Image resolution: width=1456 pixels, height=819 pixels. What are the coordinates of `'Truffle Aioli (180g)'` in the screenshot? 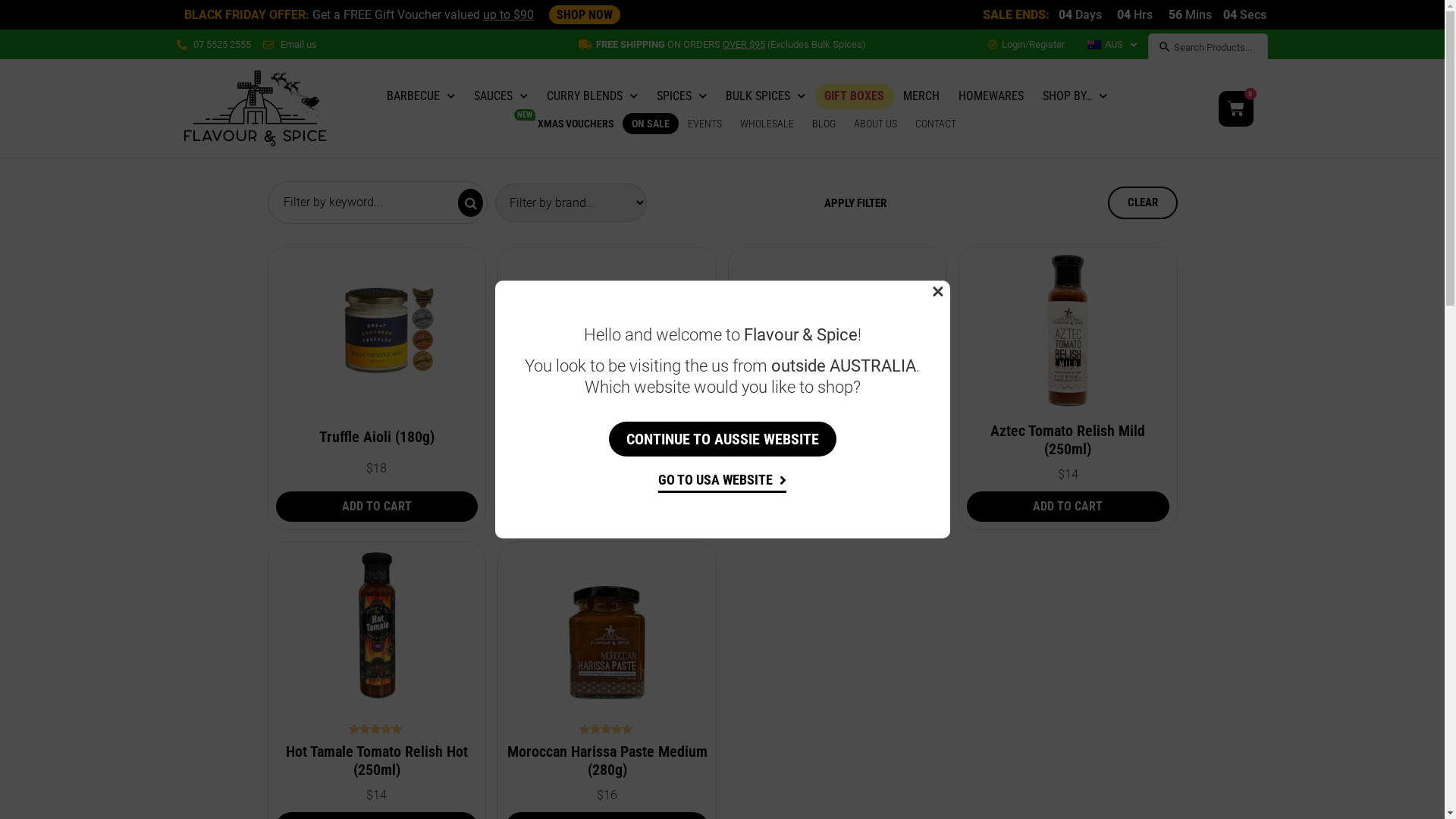 It's located at (377, 436).